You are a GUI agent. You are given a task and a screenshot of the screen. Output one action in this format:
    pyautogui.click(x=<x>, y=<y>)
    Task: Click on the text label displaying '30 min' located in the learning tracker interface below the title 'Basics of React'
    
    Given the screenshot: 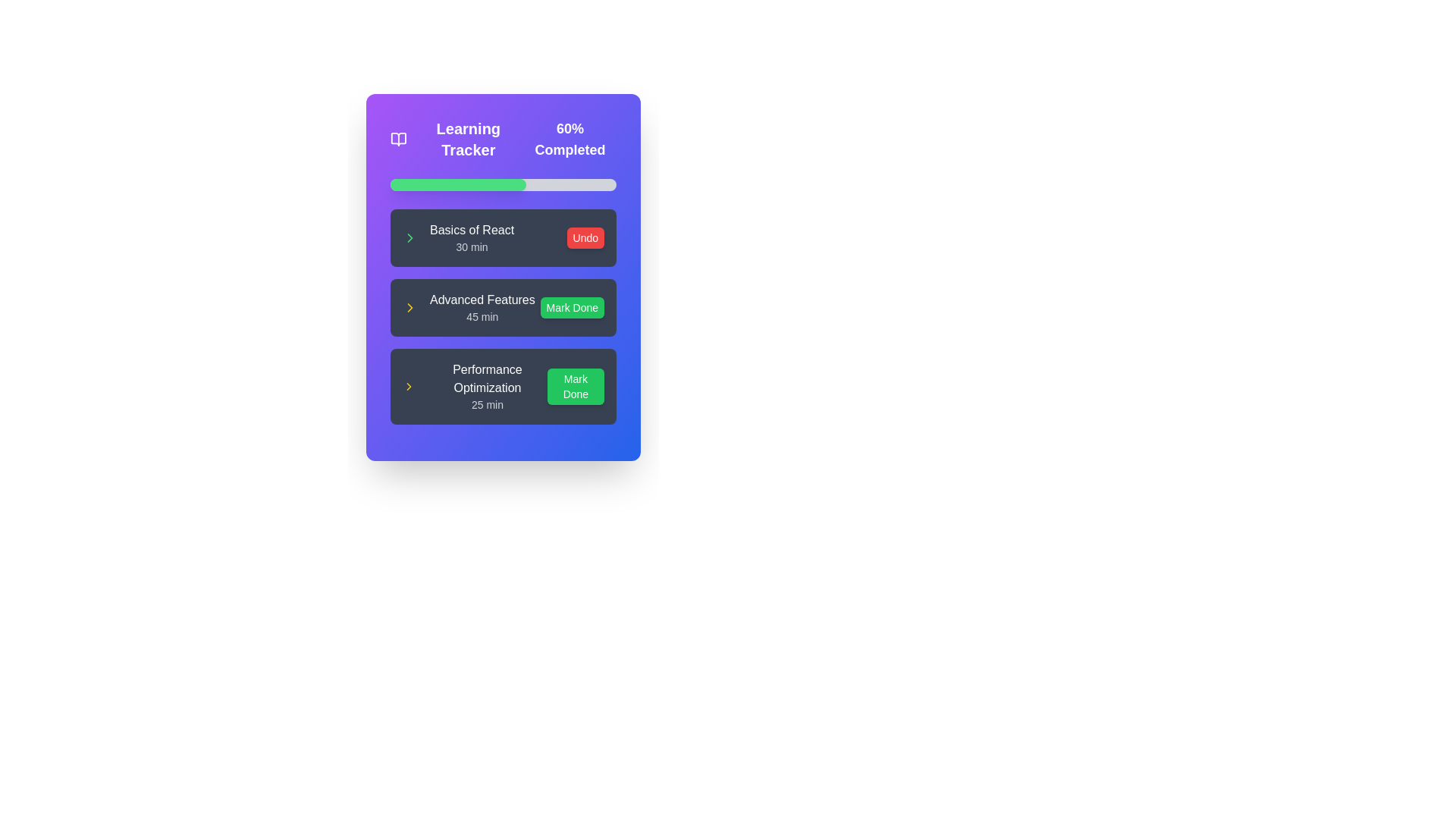 What is the action you would take?
    pyautogui.click(x=471, y=246)
    